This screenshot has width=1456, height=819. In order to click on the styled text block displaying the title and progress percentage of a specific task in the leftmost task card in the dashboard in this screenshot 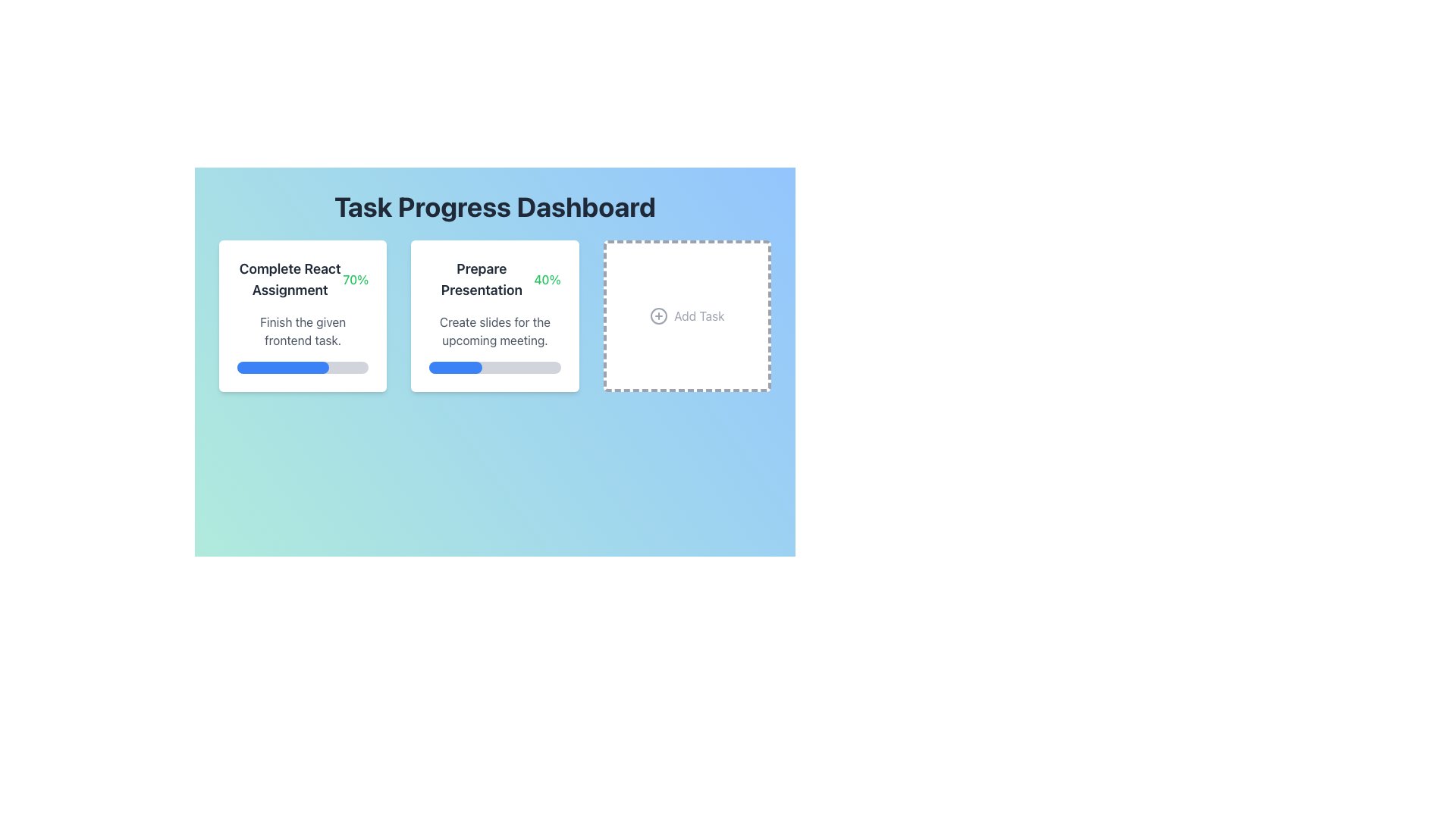, I will do `click(303, 280)`.